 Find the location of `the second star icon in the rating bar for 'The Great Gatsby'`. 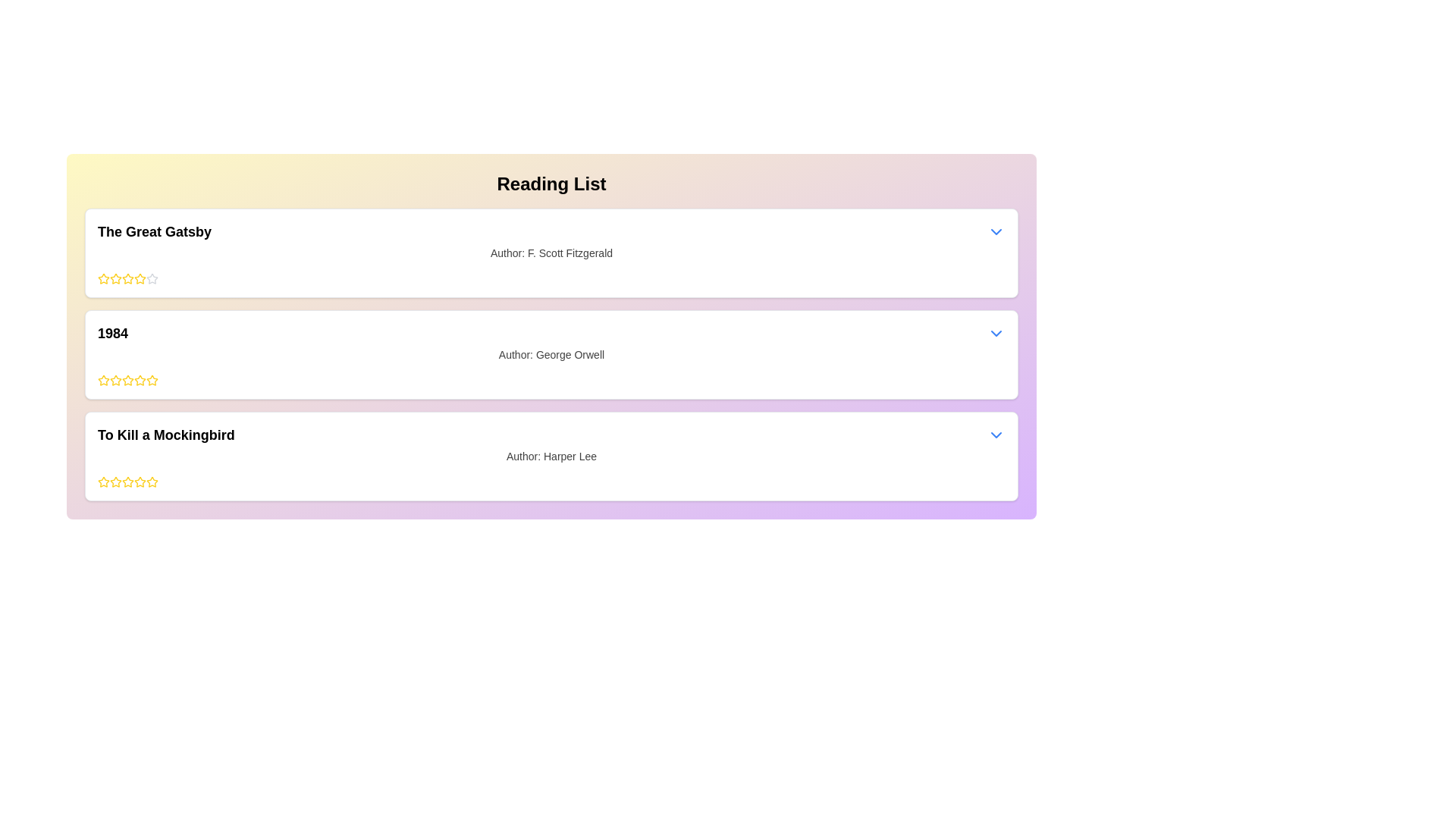

the second star icon in the rating bar for 'The Great Gatsby' is located at coordinates (127, 278).